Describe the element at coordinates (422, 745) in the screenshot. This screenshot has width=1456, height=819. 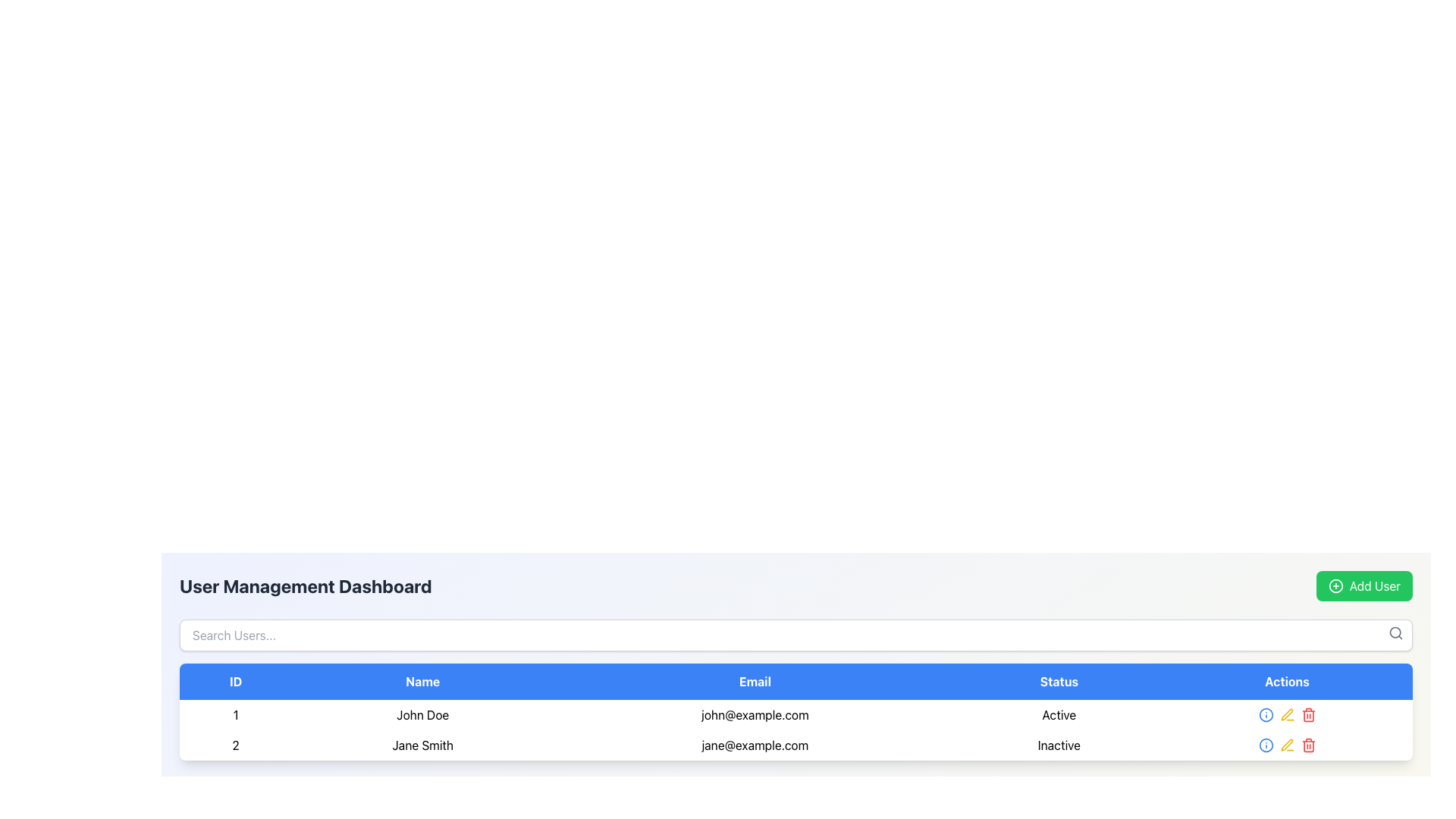
I see `the text display field that shows 'Jane Smith', located in the second row under the 'Name' column of a table, styled with padding classes 'py-2 px-4'` at that location.